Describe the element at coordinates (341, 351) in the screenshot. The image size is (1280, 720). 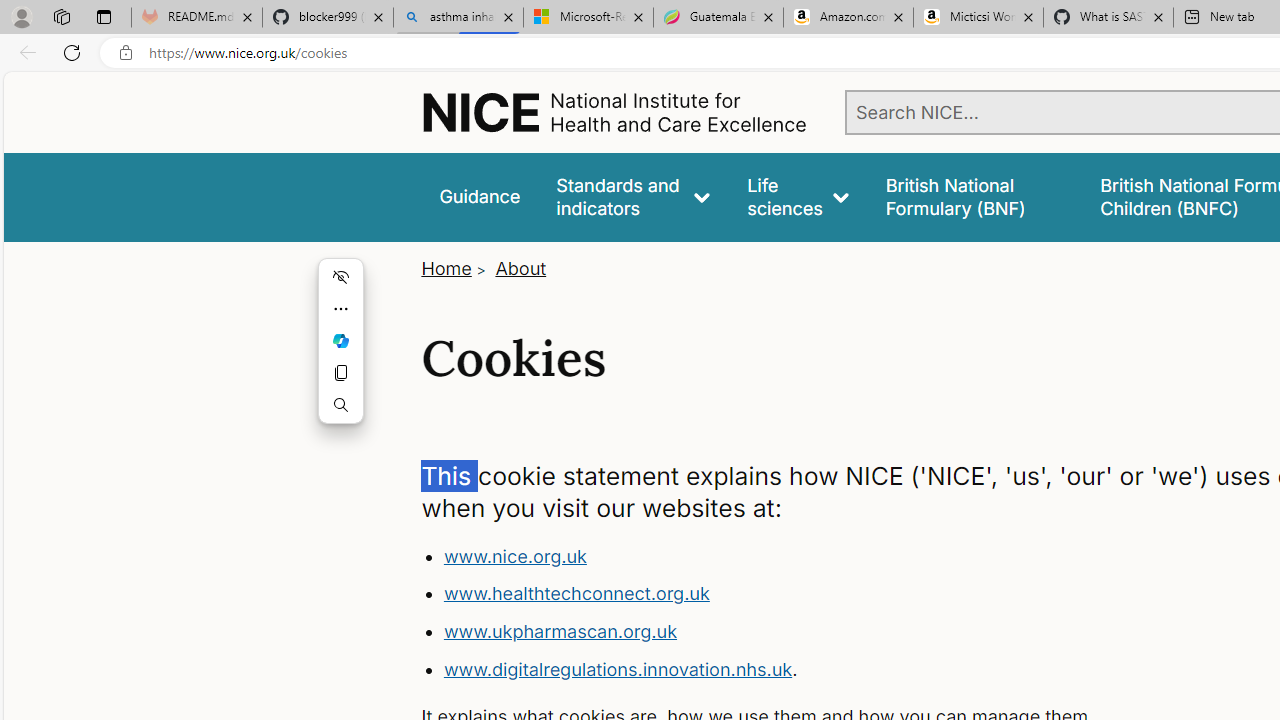
I see `'Mini menu on text selection'` at that location.